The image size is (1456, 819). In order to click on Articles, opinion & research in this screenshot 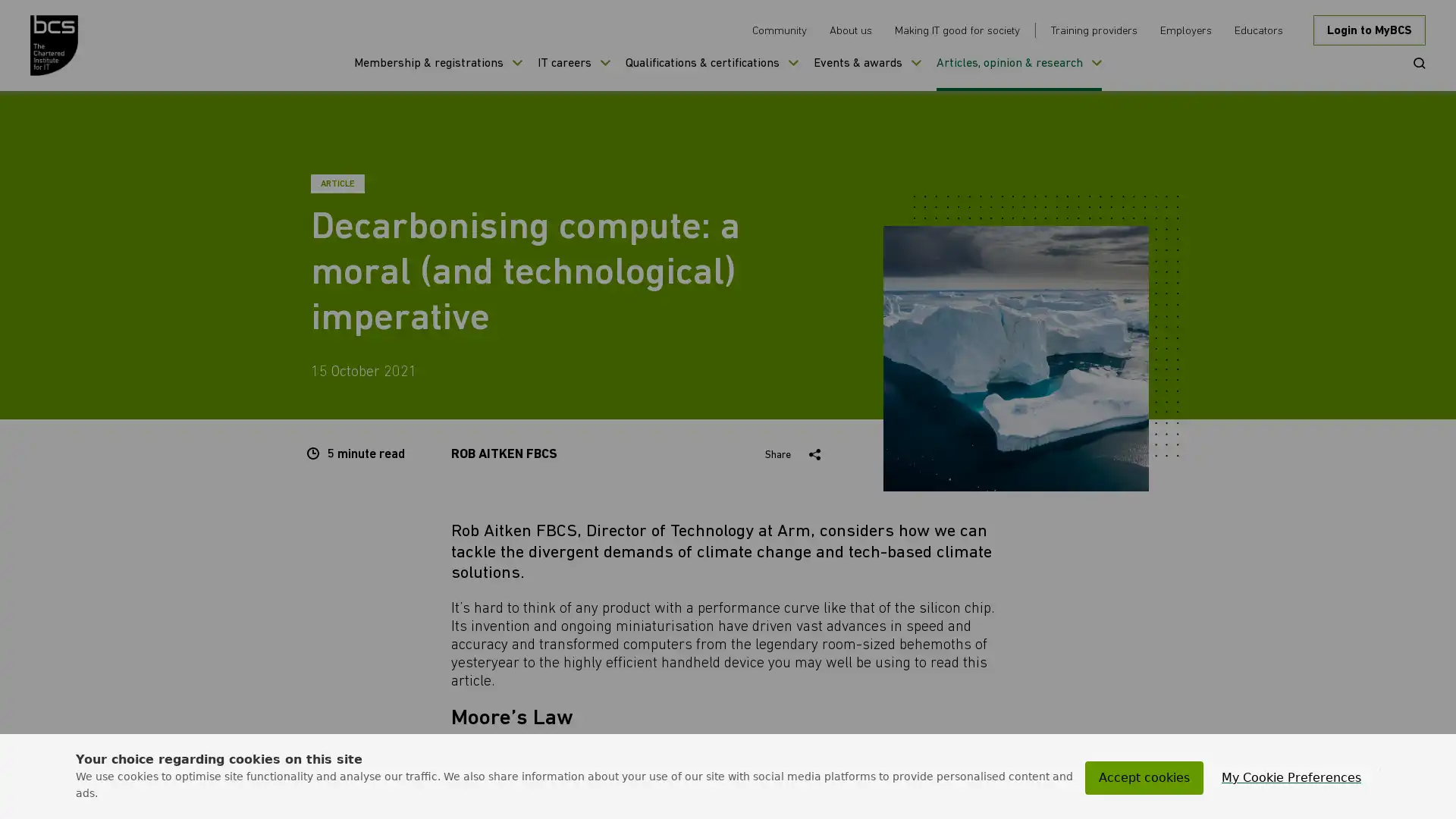, I will do `click(1019, 73)`.